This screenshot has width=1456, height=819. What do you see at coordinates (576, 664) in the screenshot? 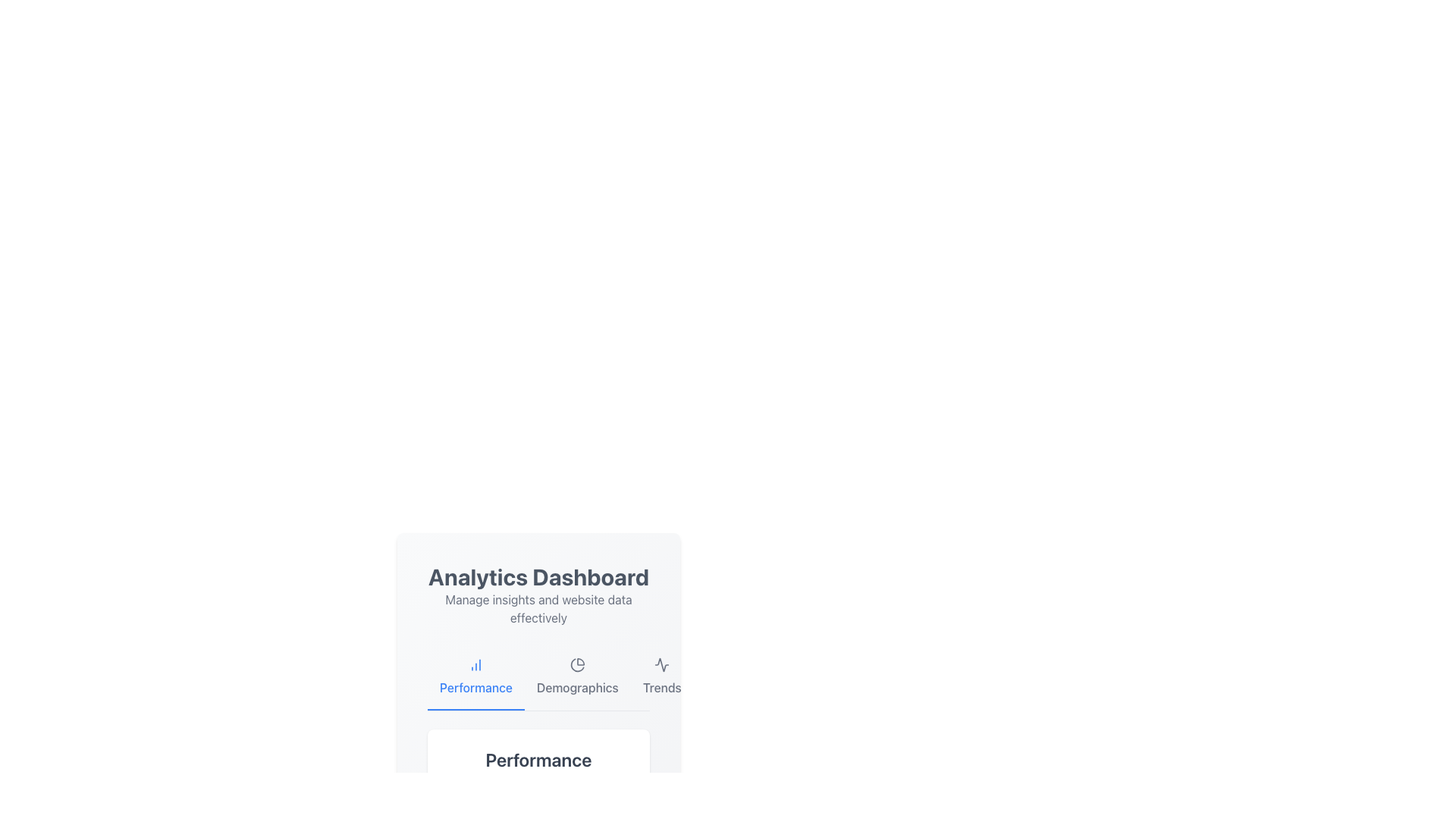
I see `the pie chart icon in the 'Demographics' section of the navigation bar` at bounding box center [576, 664].